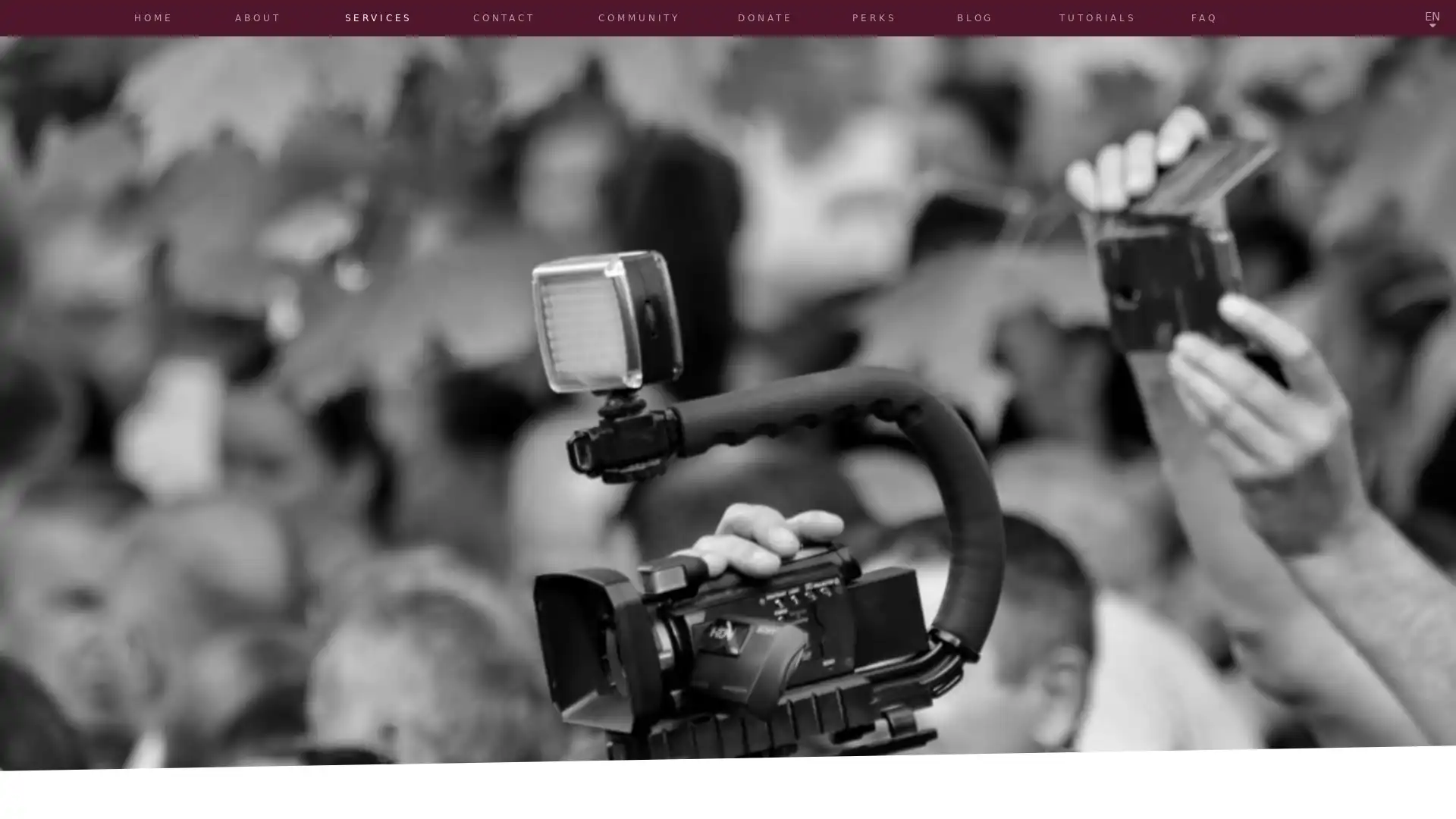 This screenshot has height=819, width=1456. What do you see at coordinates (1432, 16) in the screenshot?
I see `EN` at bounding box center [1432, 16].